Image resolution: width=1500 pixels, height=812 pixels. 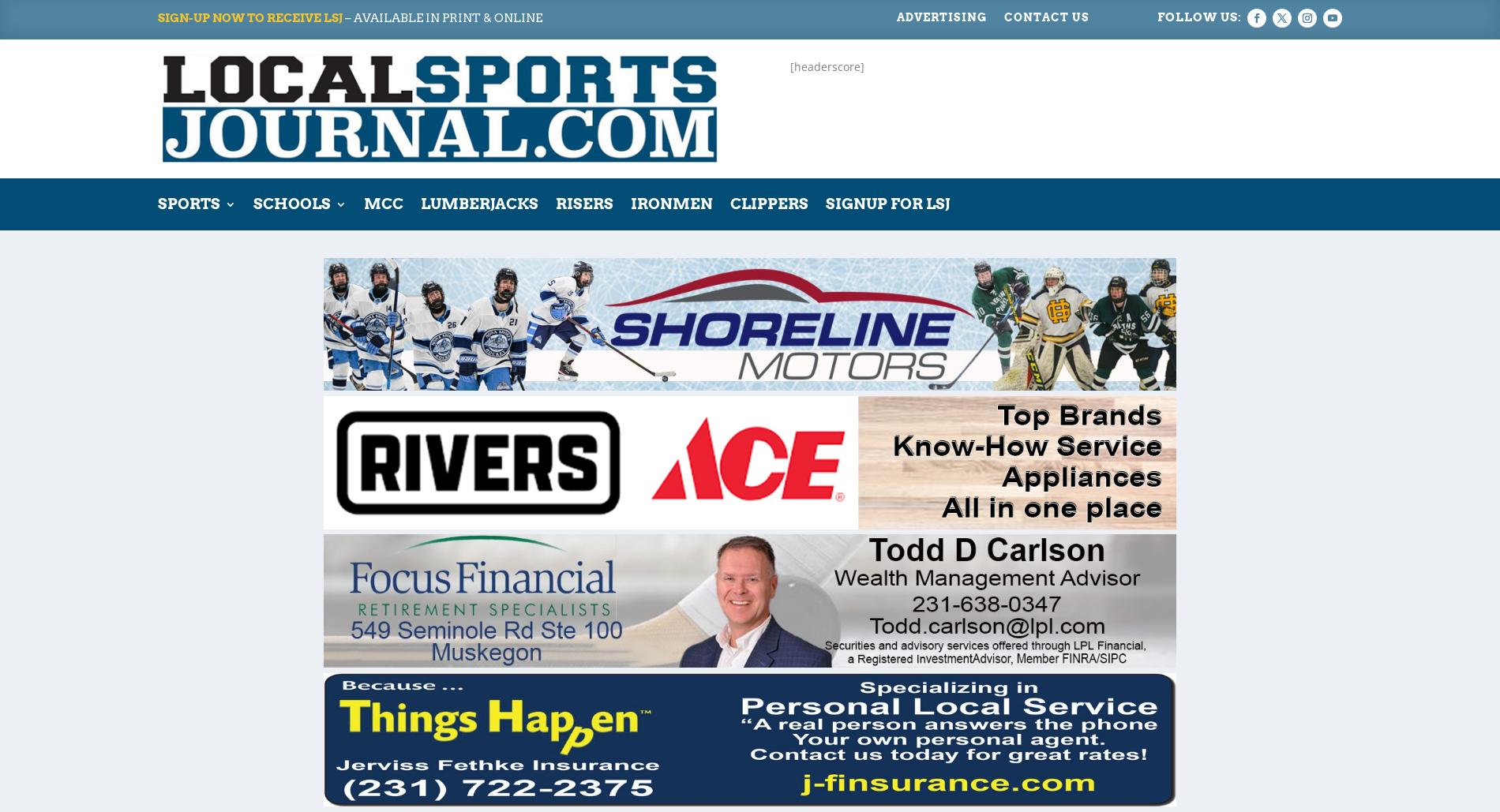 What do you see at coordinates (512, 563) in the screenshot?
I see `'Whitehall'` at bounding box center [512, 563].